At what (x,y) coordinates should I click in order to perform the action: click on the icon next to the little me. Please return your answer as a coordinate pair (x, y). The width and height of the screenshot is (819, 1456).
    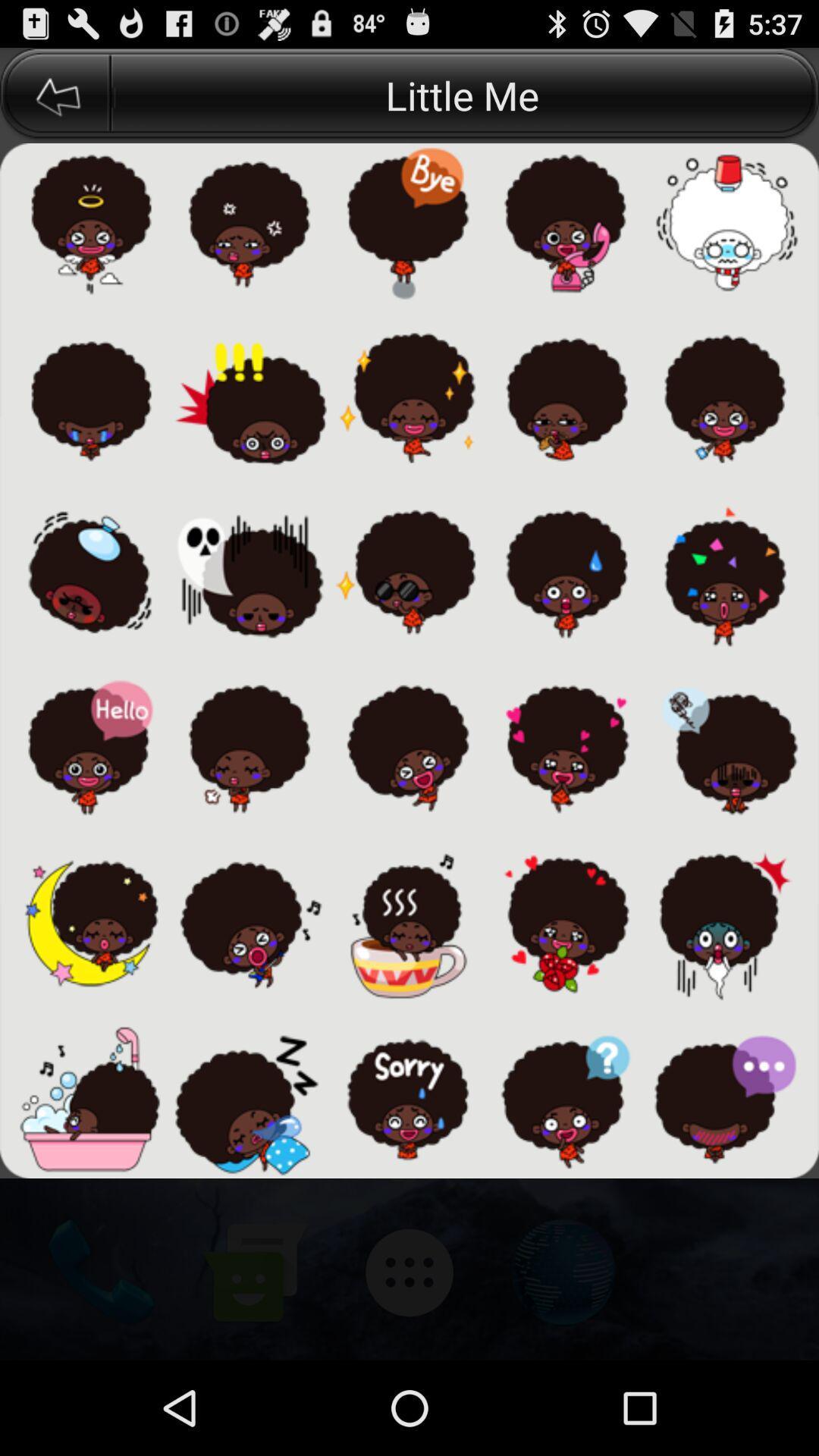
    Looking at the image, I should click on (55, 94).